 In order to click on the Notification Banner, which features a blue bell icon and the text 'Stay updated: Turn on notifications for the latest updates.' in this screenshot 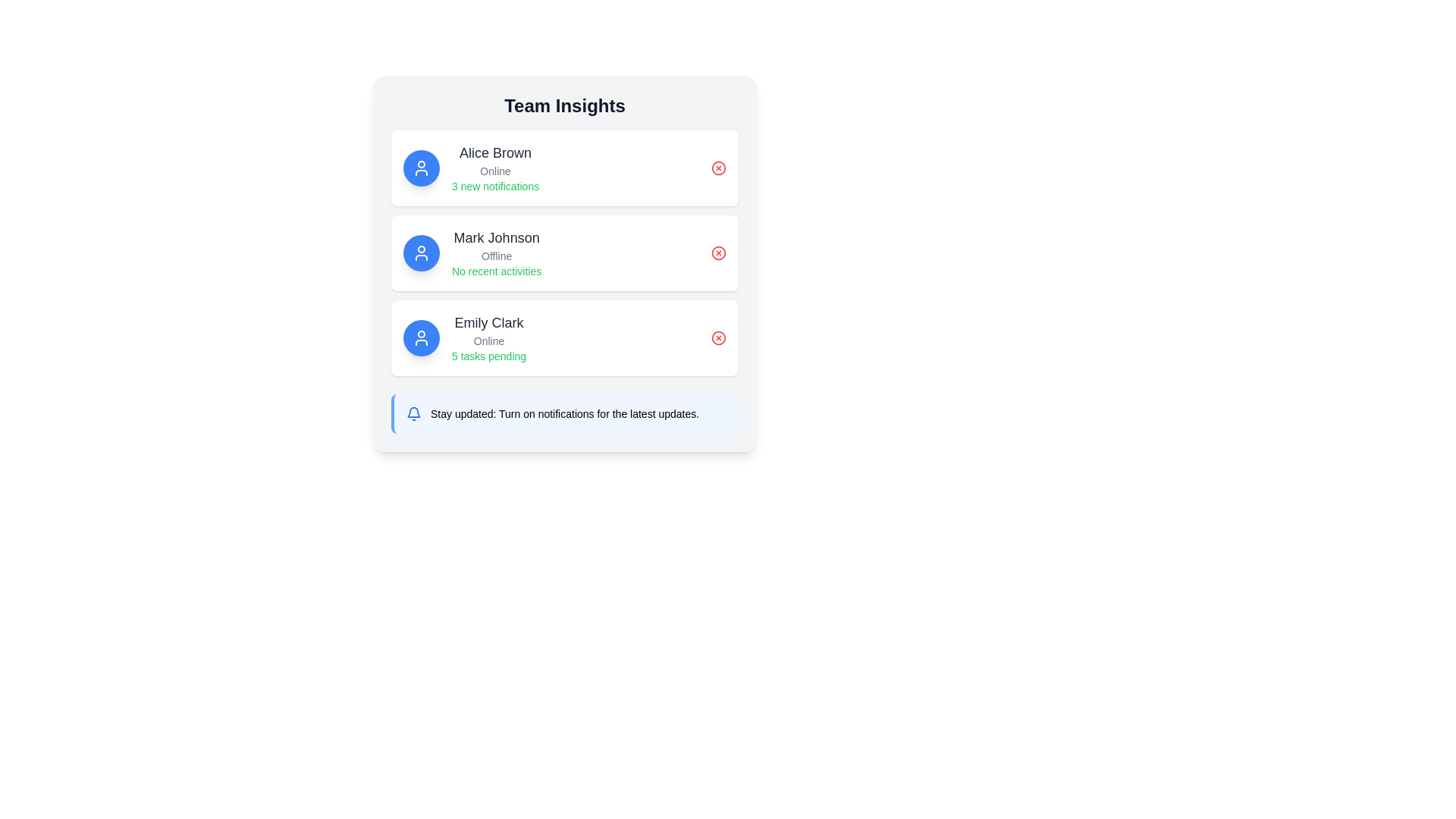, I will do `click(566, 414)`.